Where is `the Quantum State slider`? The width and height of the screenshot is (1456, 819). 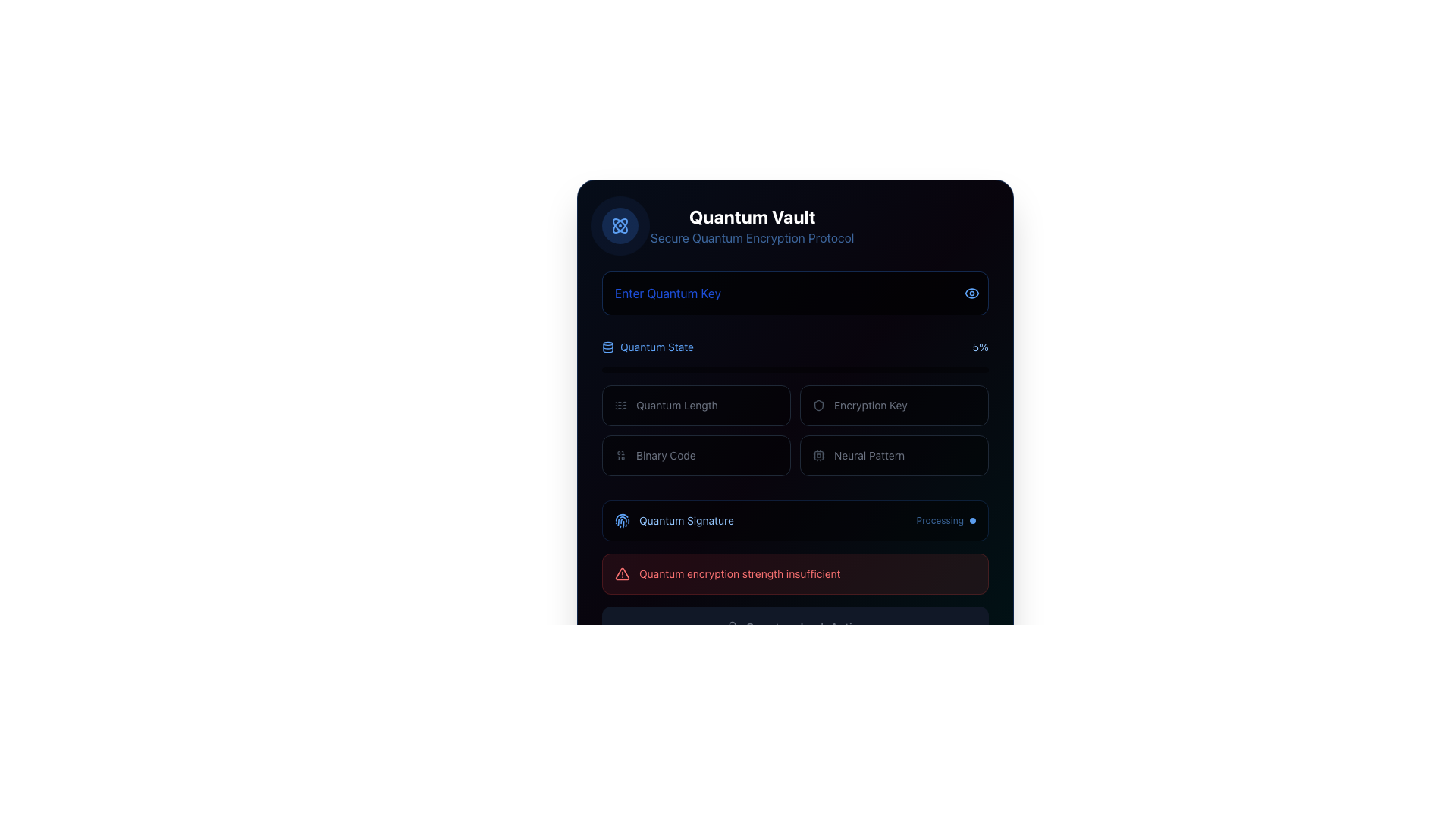 the Quantum State slider is located at coordinates (768, 370).